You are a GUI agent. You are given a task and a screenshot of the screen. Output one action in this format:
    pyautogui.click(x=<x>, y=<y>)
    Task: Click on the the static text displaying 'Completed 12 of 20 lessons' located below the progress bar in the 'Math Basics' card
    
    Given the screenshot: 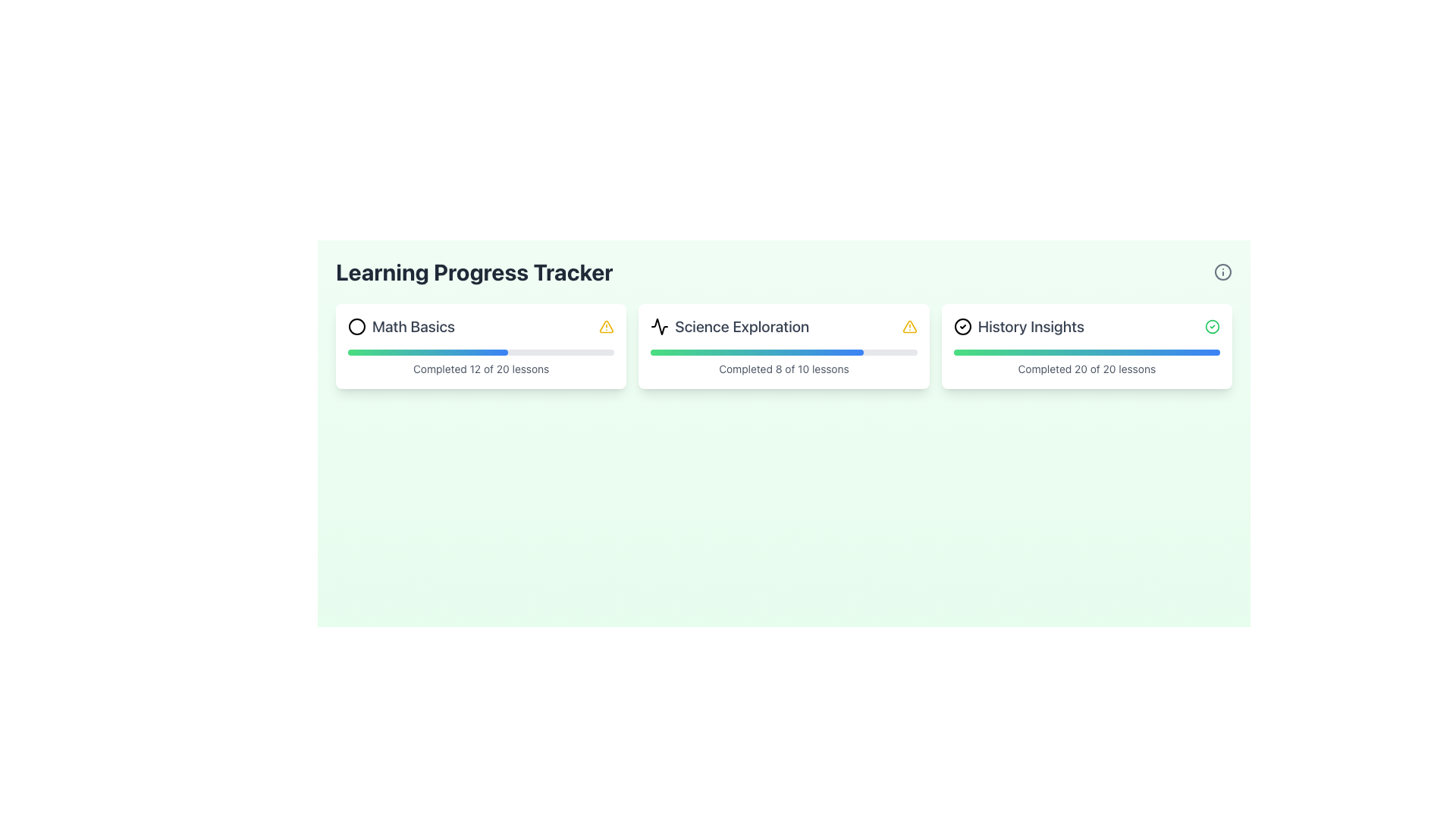 What is the action you would take?
    pyautogui.click(x=480, y=369)
    